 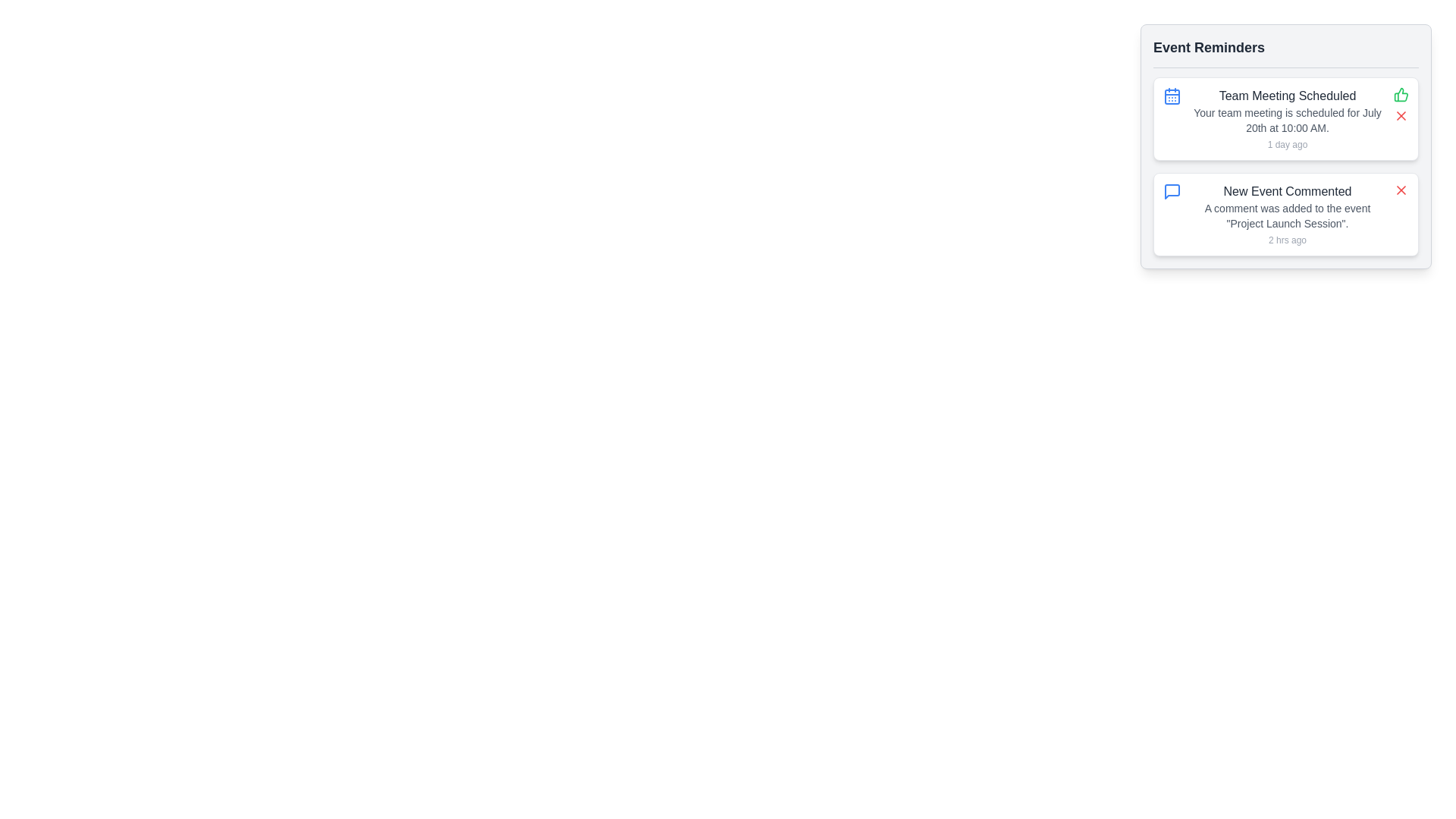 What do you see at coordinates (1401, 94) in the screenshot?
I see `the thumbs-up SVG graphic located in the 'Event Reminders' section at the top right corner of the page` at bounding box center [1401, 94].